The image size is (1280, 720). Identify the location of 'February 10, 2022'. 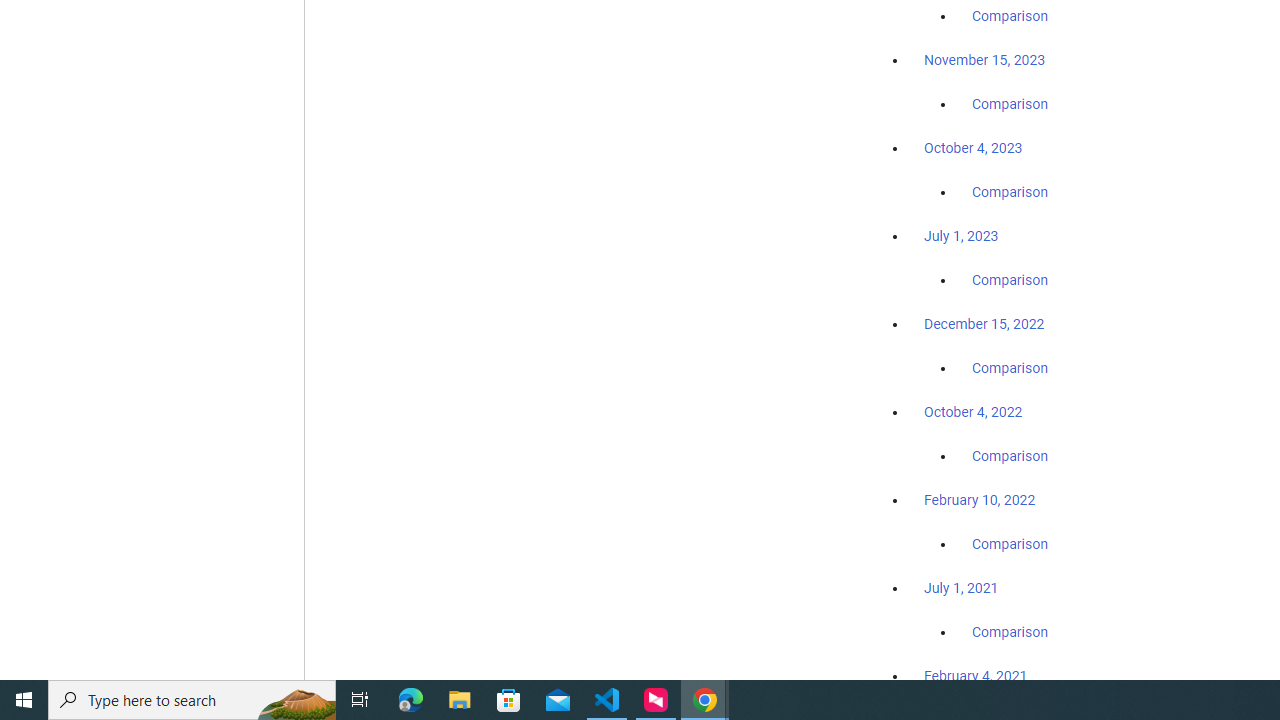
(979, 499).